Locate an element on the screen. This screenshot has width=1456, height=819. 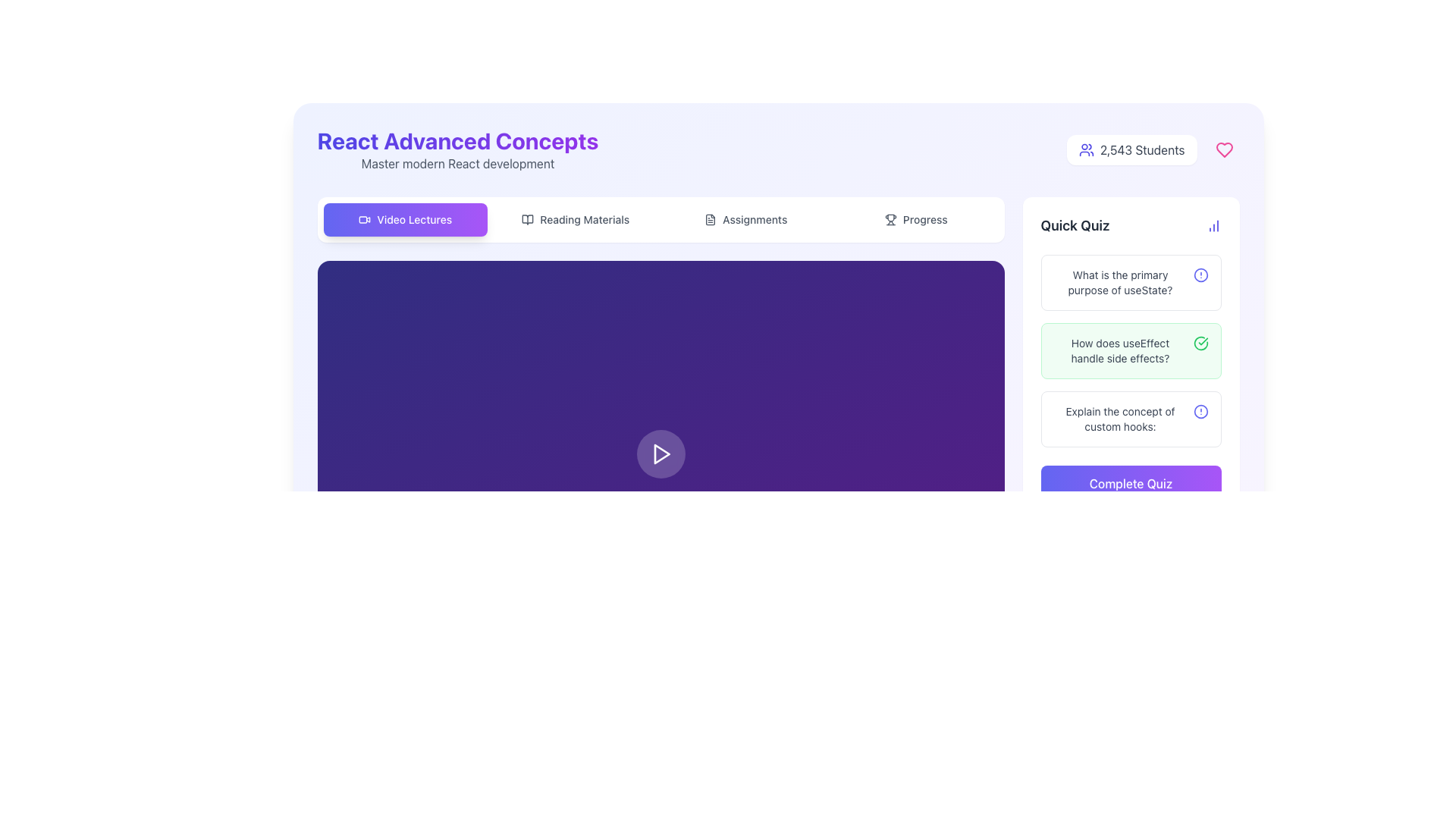
the informational display that shows the current number of students, located in the upper-right section of the interface, just to the left of a heart icon is located at coordinates (1131, 149).